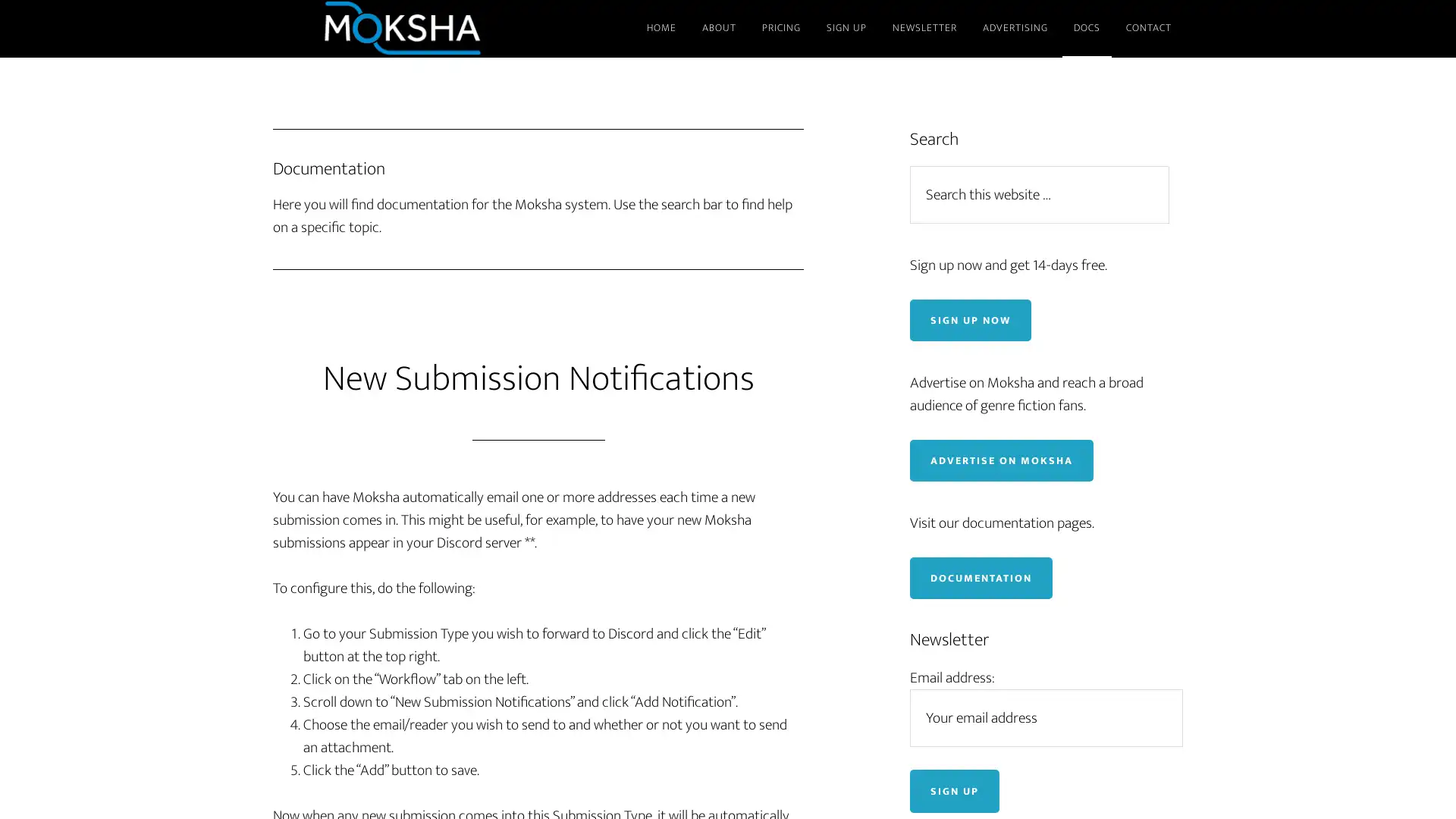 The height and width of the screenshot is (819, 1456). What do you see at coordinates (1175, 165) in the screenshot?
I see `Search` at bounding box center [1175, 165].